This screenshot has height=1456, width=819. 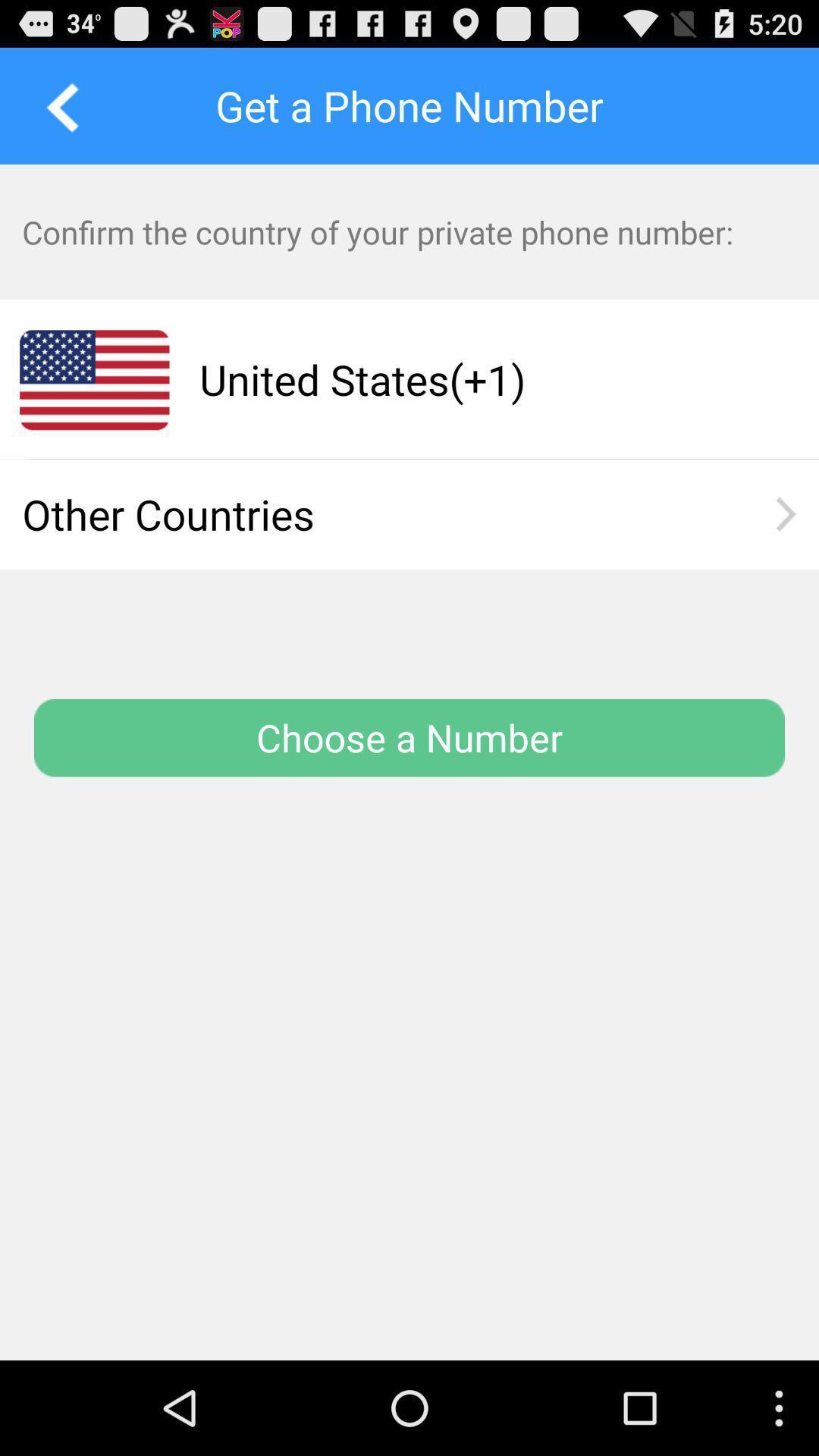 What do you see at coordinates (57, 105) in the screenshot?
I see `go back` at bounding box center [57, 105].